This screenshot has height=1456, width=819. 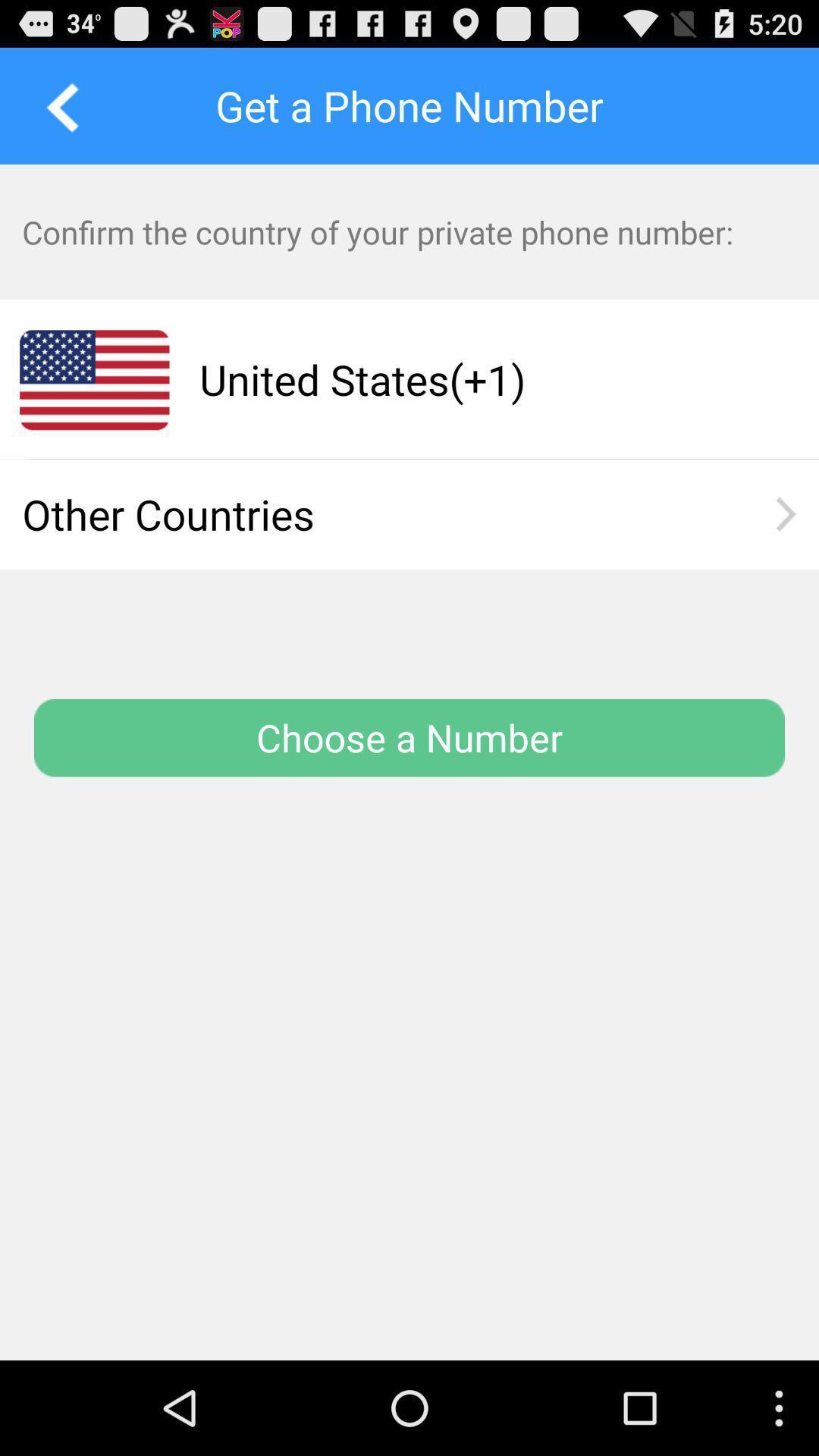 What do you see at coordinates (57, 105) in the screenshot?
I see `go back` at bounding box center [57, 105].